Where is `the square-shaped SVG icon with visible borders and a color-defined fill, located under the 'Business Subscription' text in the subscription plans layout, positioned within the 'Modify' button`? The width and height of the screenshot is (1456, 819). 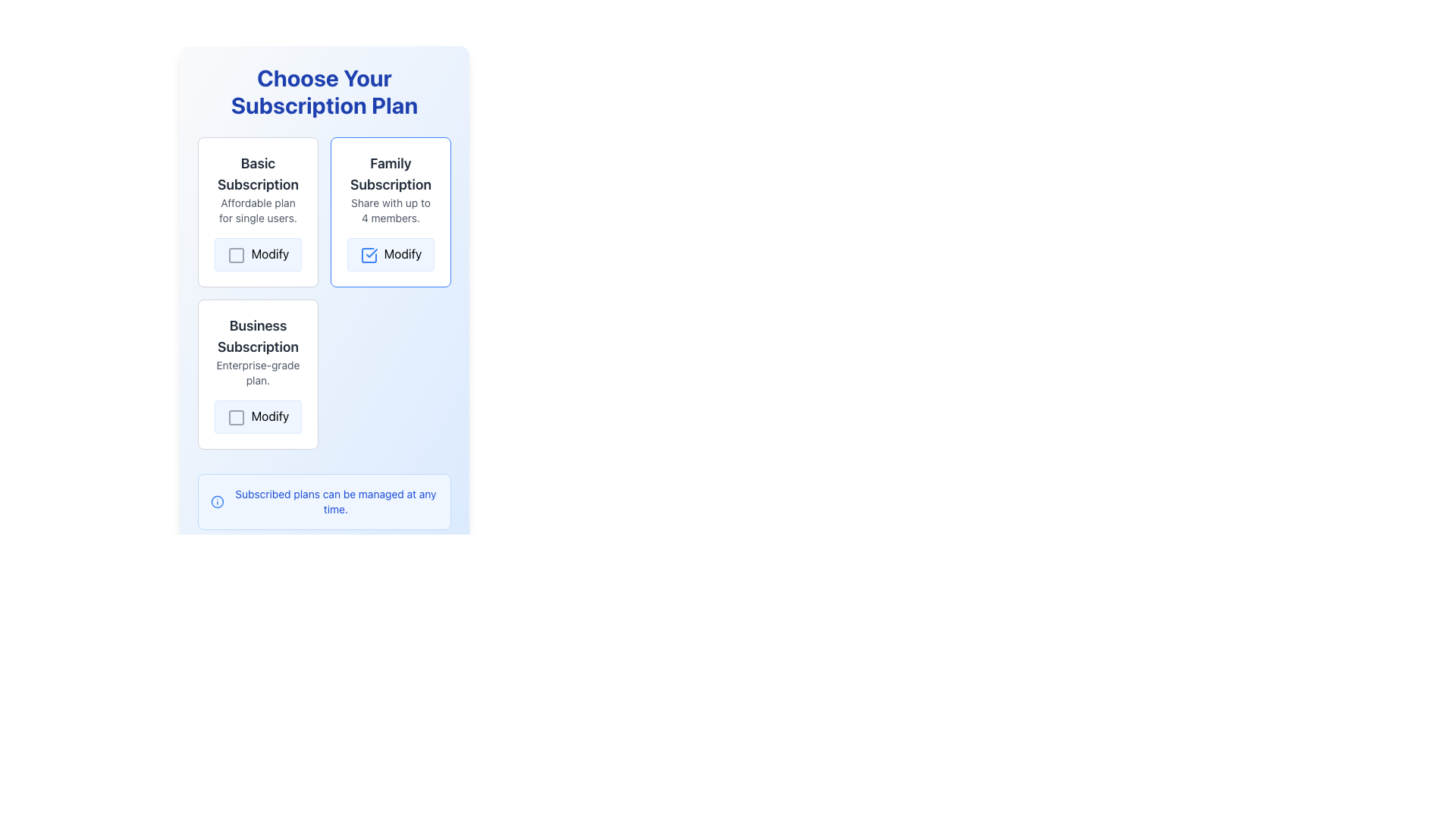
the square-shaped SVG icon with visible borders and a color-defined fill, located under the 'Business Subscription' text in the subscription plans layout, positioned within the 'Modify' button is located at coordinates (235, 417).